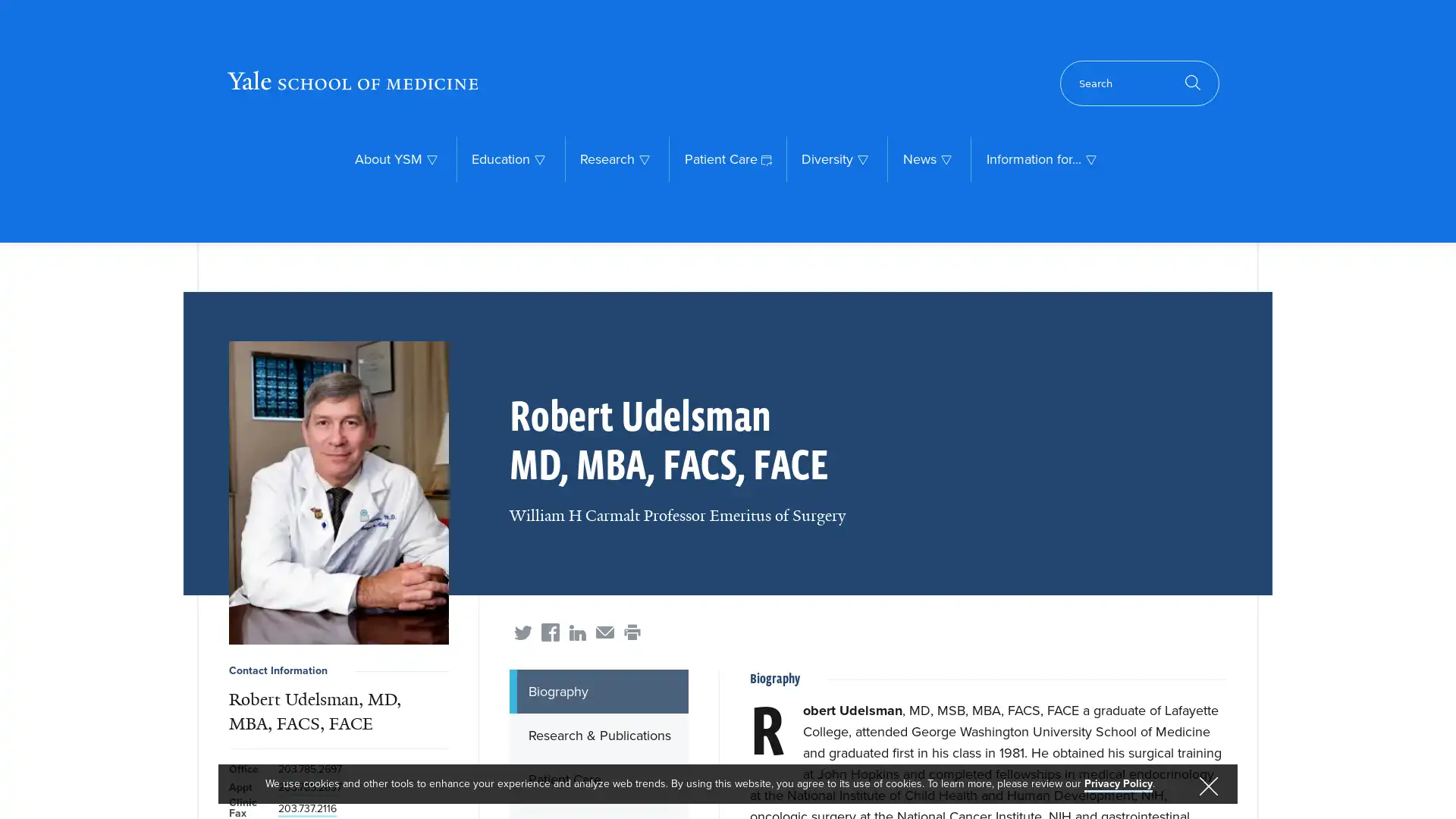 The height and width of the screenshot is (819, 1456). Describe the element at coordinates (431, 158) in the screenshot. I see `Show About YSM submenu` at that location.